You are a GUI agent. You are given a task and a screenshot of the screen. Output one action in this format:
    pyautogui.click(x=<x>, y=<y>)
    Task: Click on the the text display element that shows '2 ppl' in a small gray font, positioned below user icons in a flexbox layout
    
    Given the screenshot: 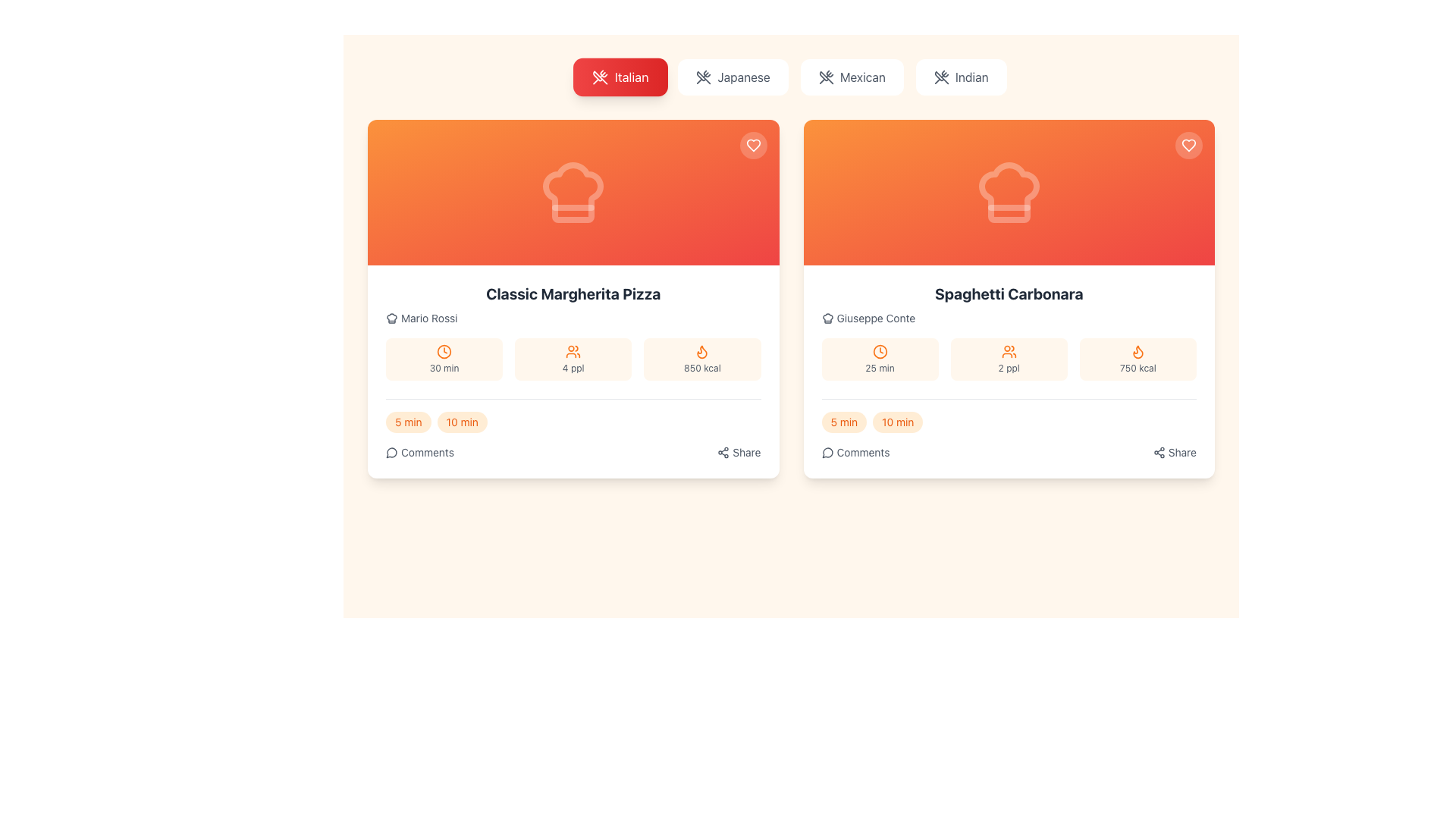 What is the action you would take?
    pyautogui.click(x=1009, y=369)
    